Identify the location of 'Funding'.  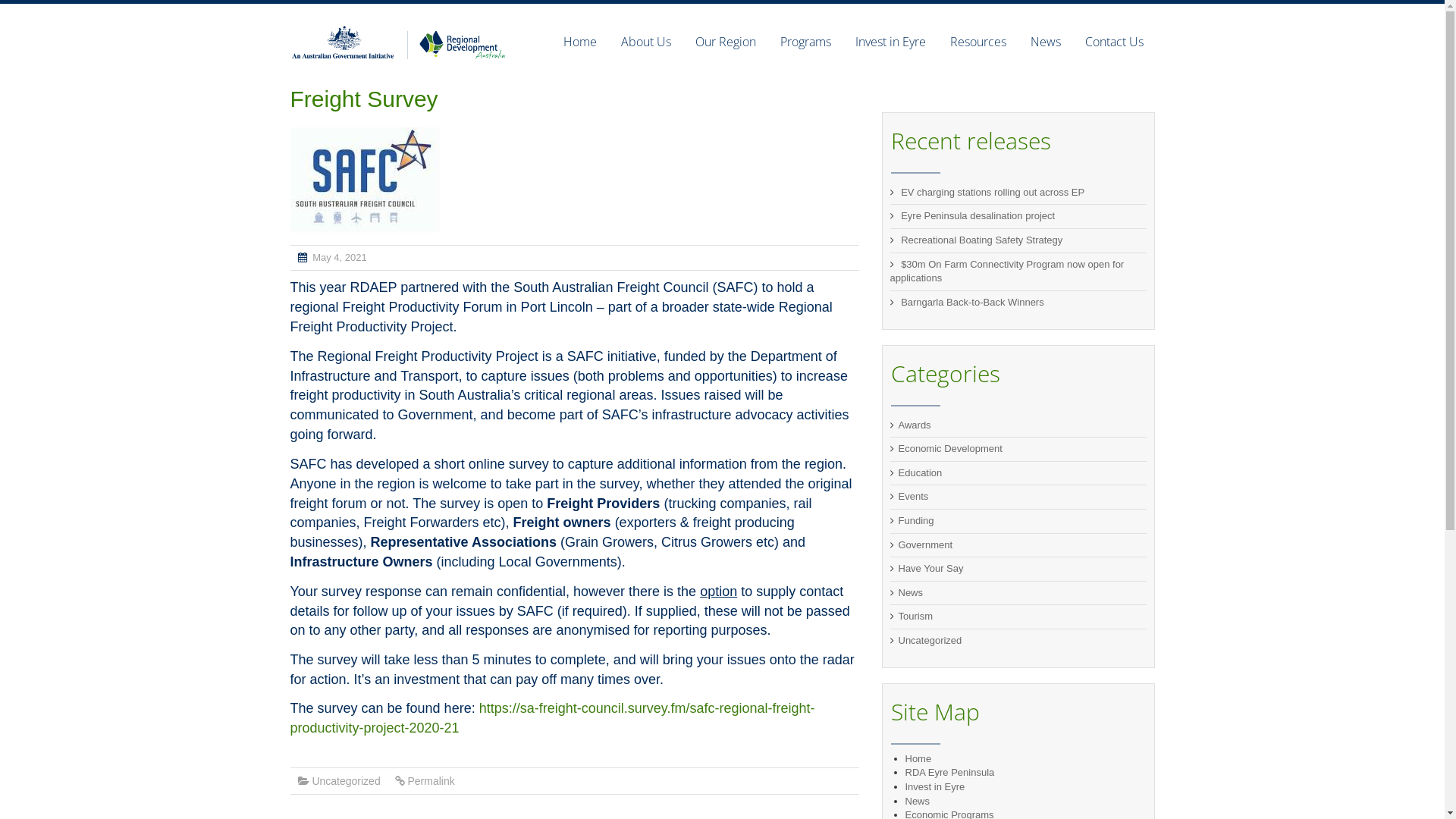
(915, 519).